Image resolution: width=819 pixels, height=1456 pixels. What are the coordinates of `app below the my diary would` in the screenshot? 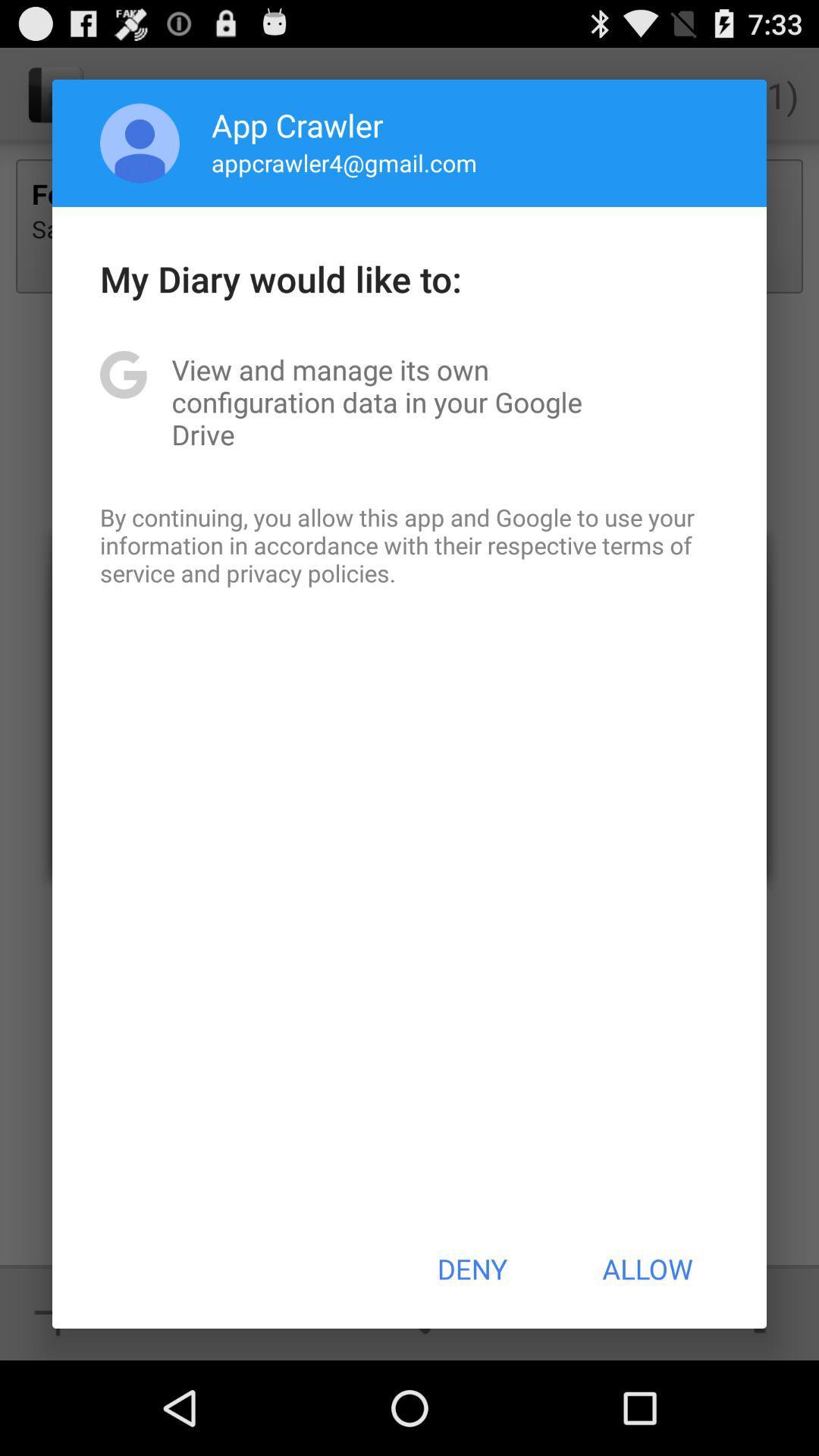 It's located at (409, 402).